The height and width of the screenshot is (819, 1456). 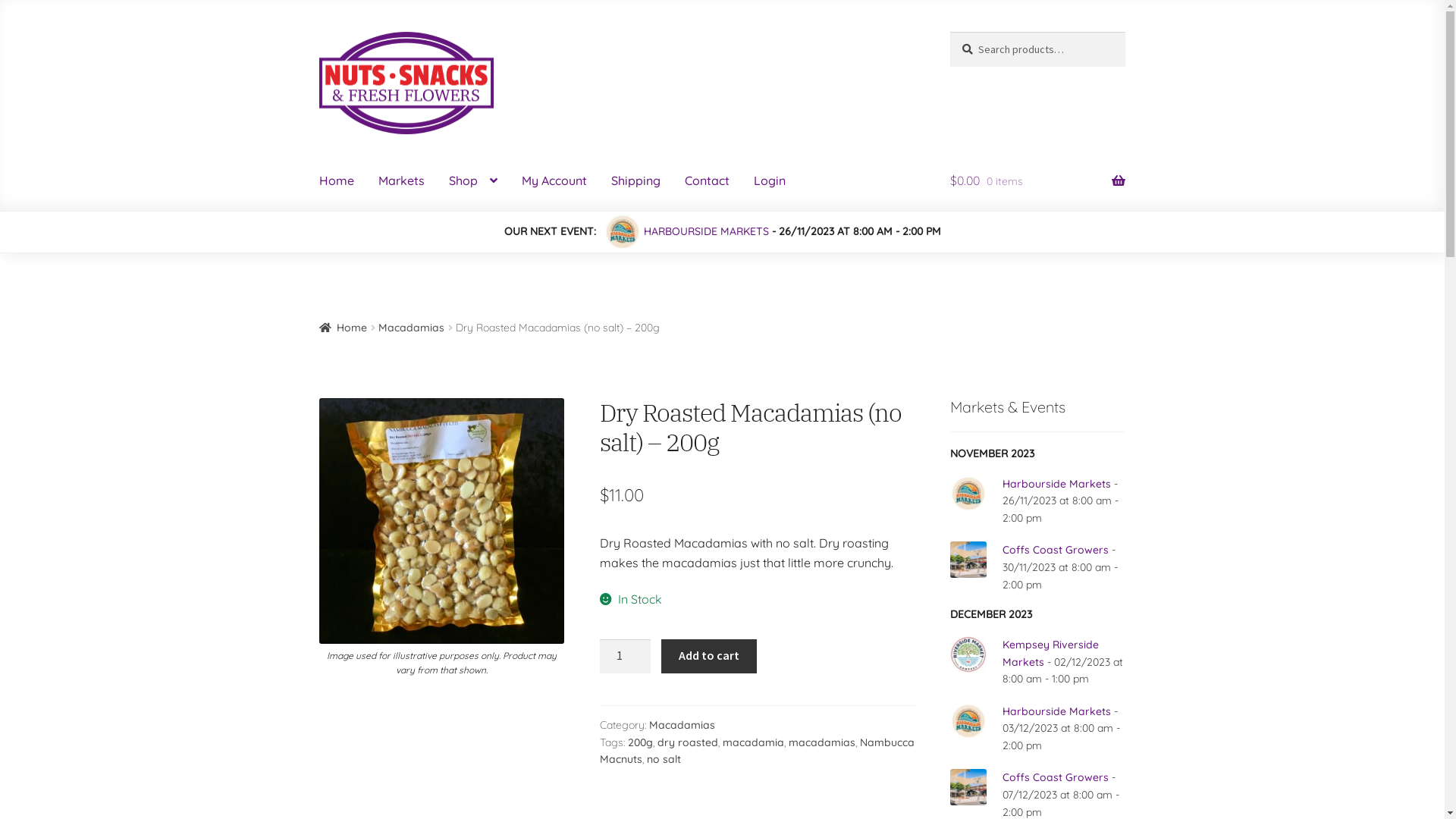 I want to click on 'My Account', so click(x=553, y=180).